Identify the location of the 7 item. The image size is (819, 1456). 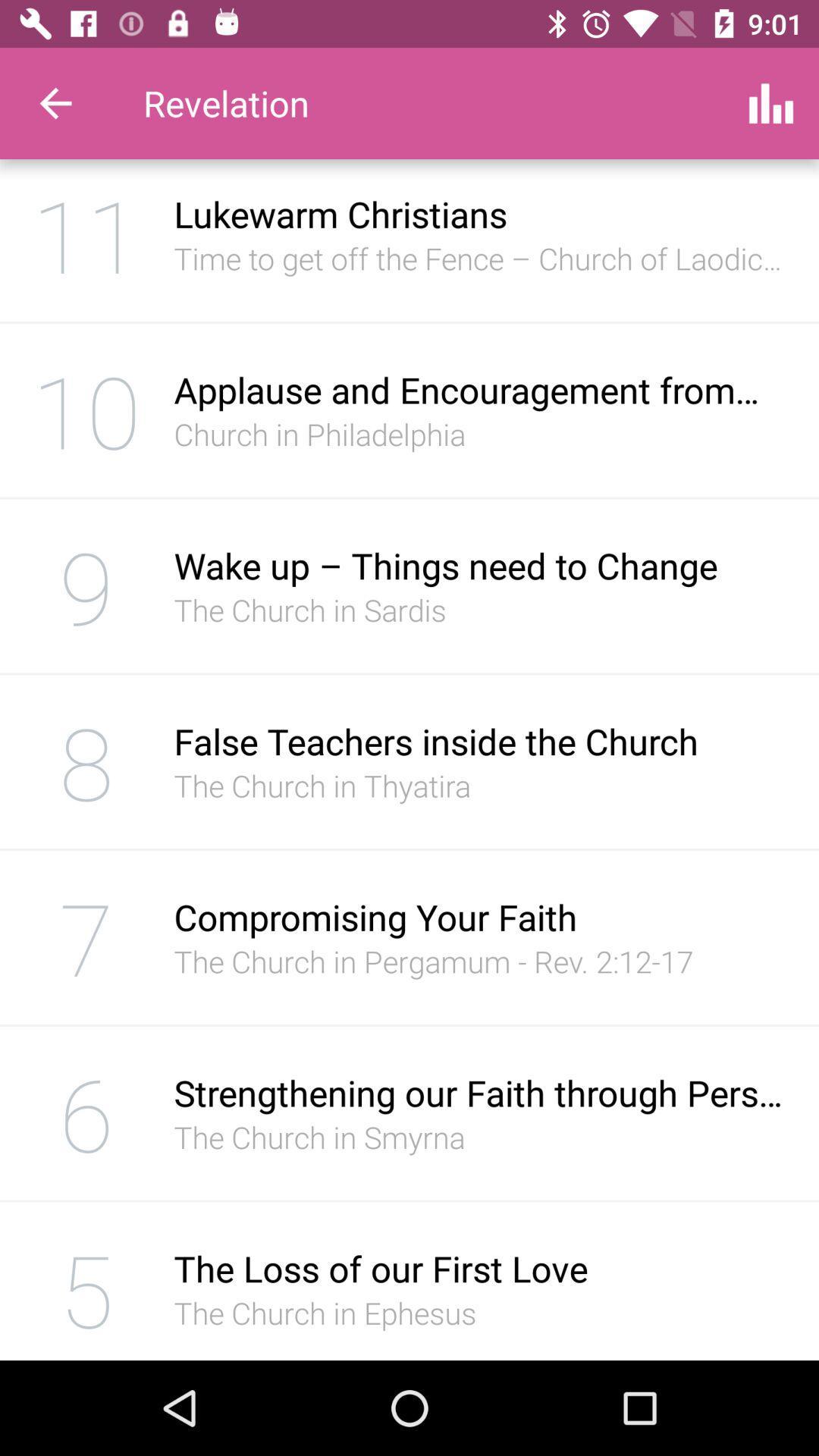
(86, 937).